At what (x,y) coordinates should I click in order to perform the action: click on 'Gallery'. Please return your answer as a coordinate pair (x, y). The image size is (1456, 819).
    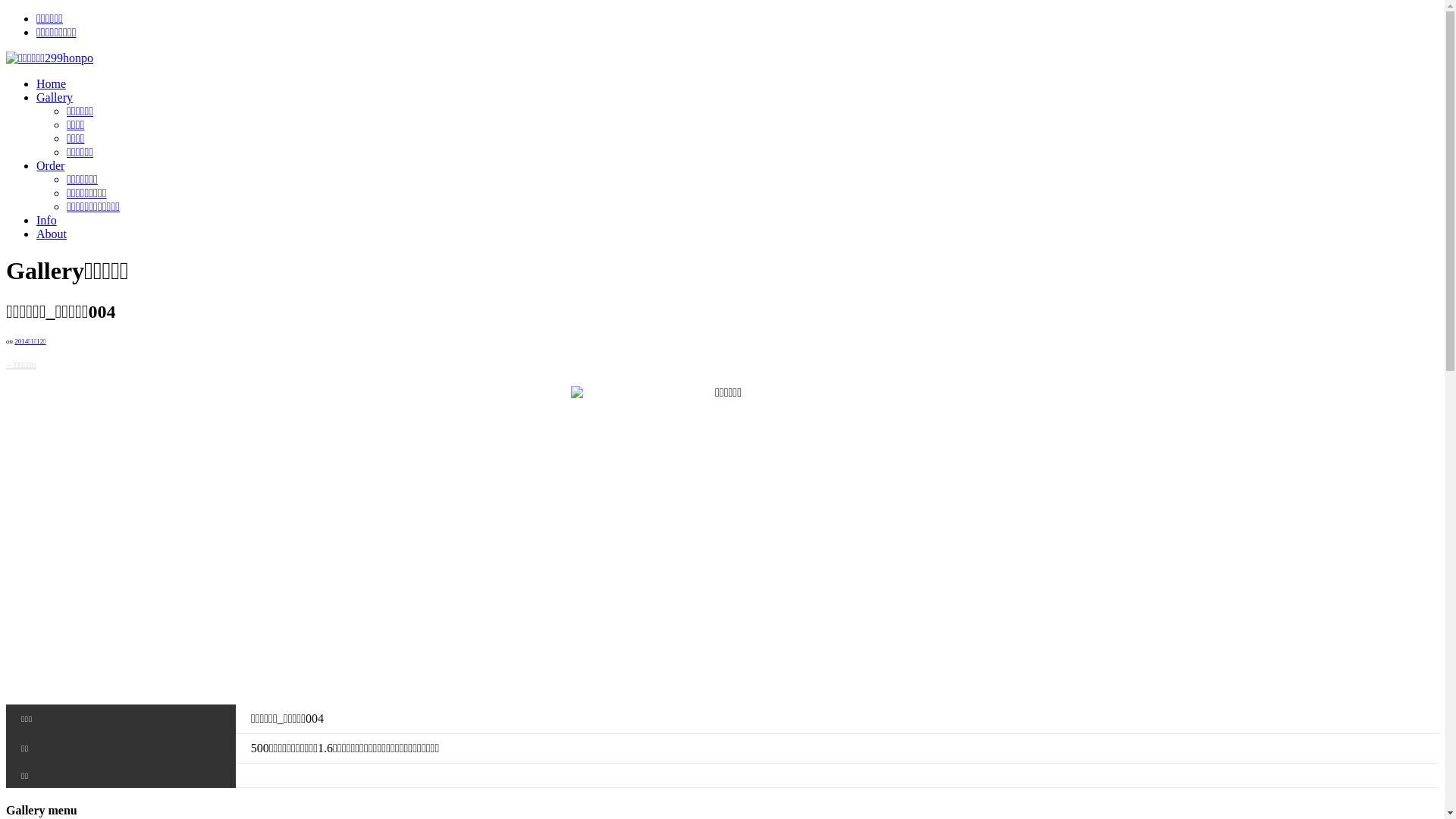
    Looking at the image, I should click on (55, 97).